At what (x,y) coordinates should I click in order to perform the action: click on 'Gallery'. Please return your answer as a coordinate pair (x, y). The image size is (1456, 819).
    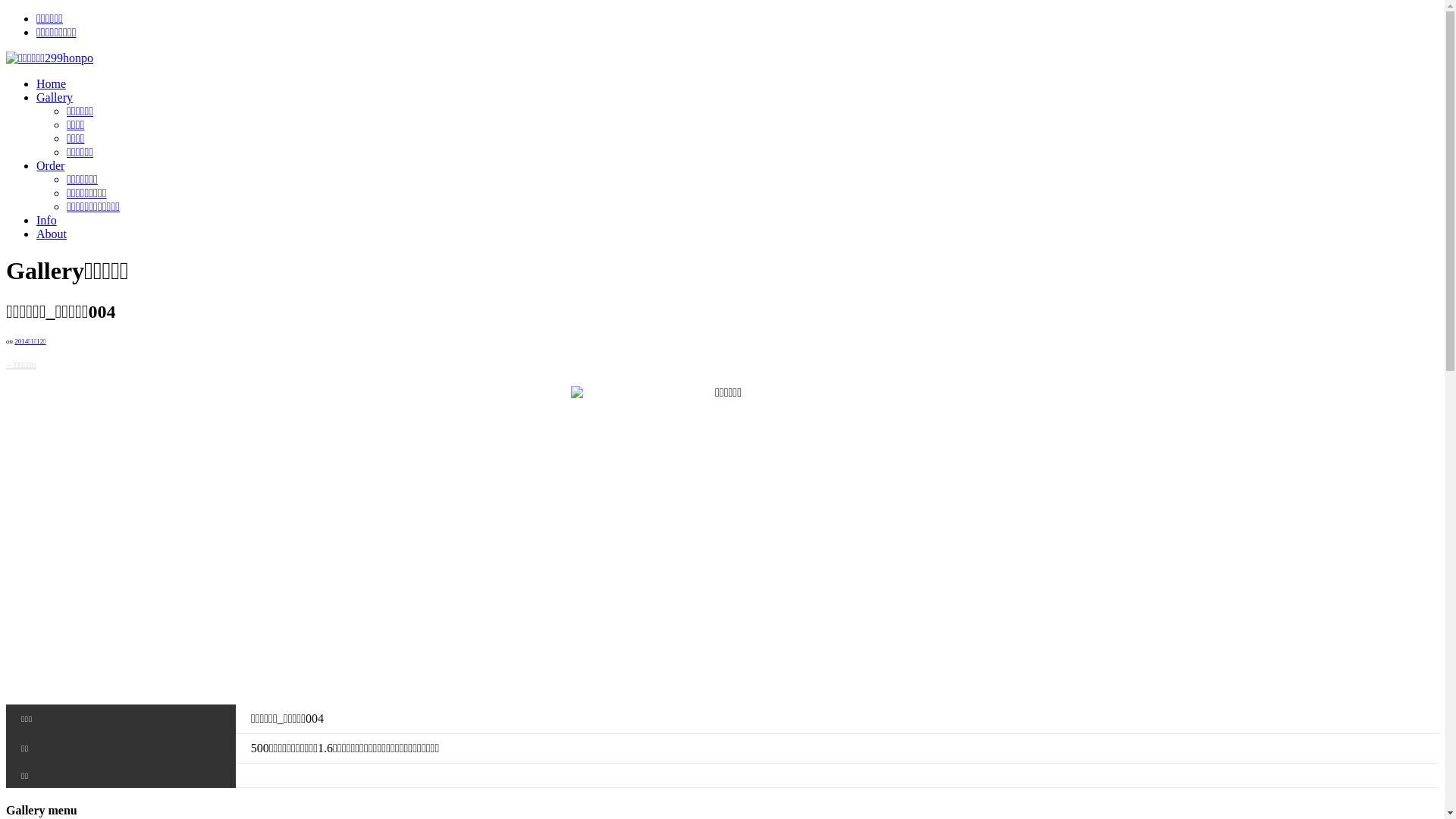
    Looking at the image, I should click on (55, 97).